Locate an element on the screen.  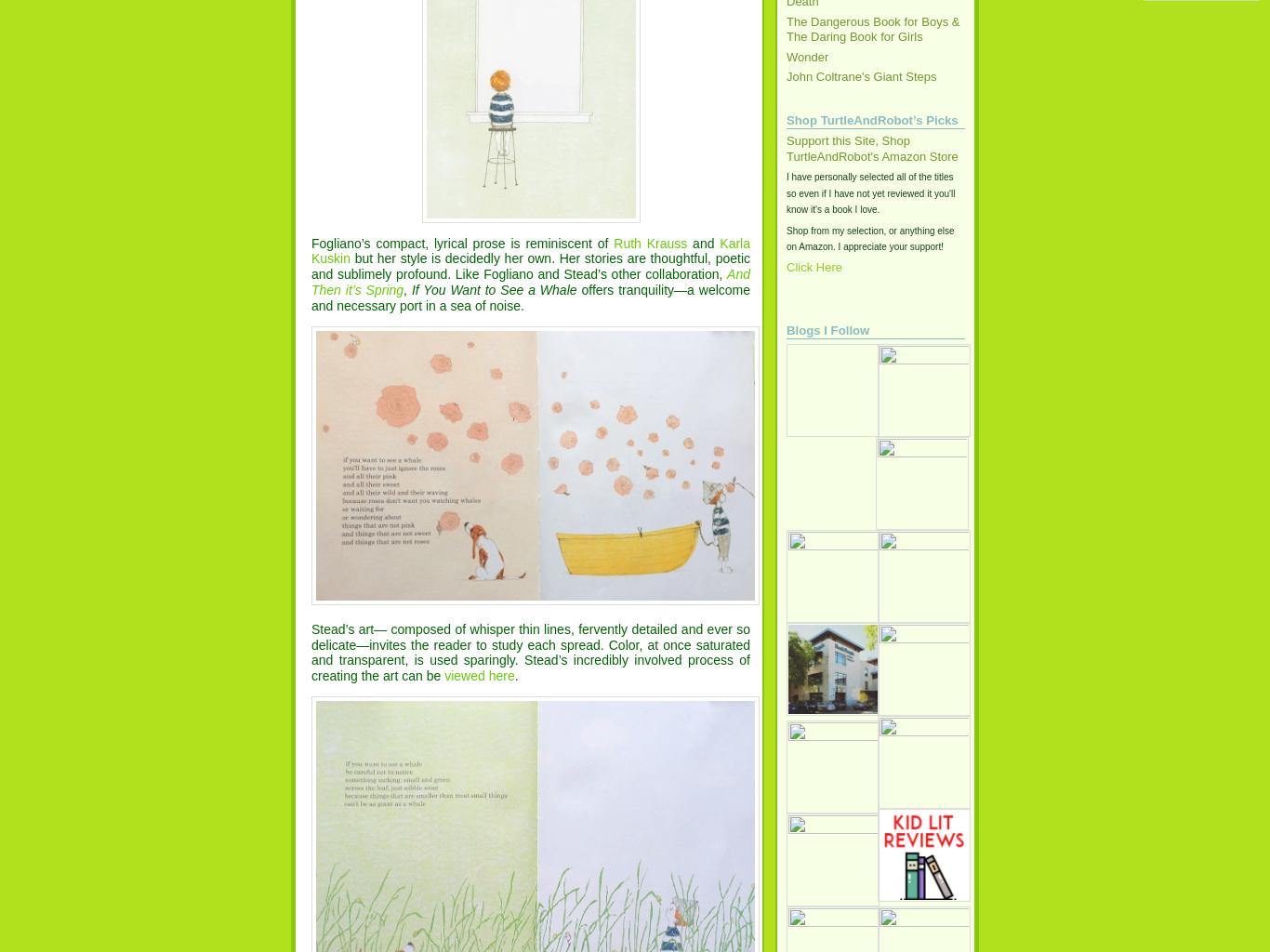
'offers tranquility—a welcome and necessary port in a sea of noise.' is located at coordinates (311, 296).